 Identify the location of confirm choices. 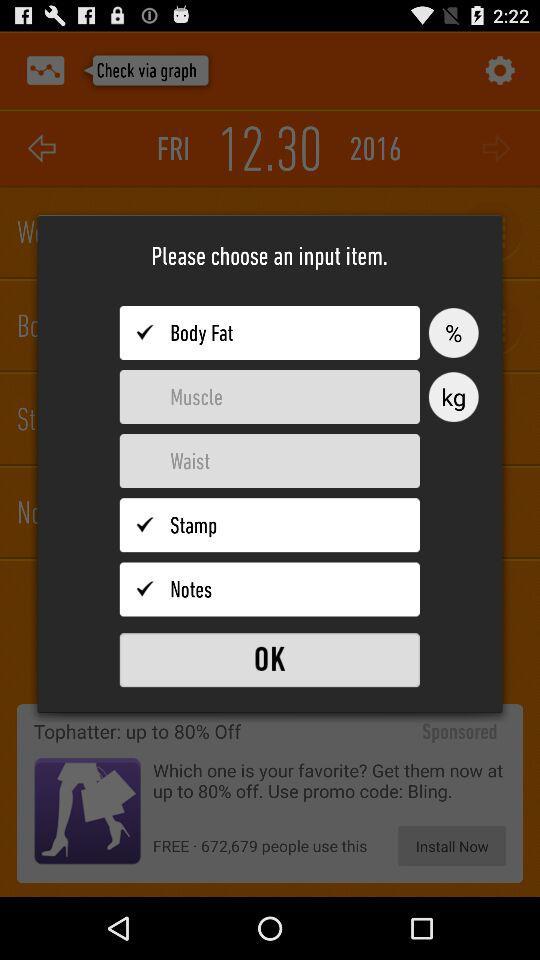
(269, 659).